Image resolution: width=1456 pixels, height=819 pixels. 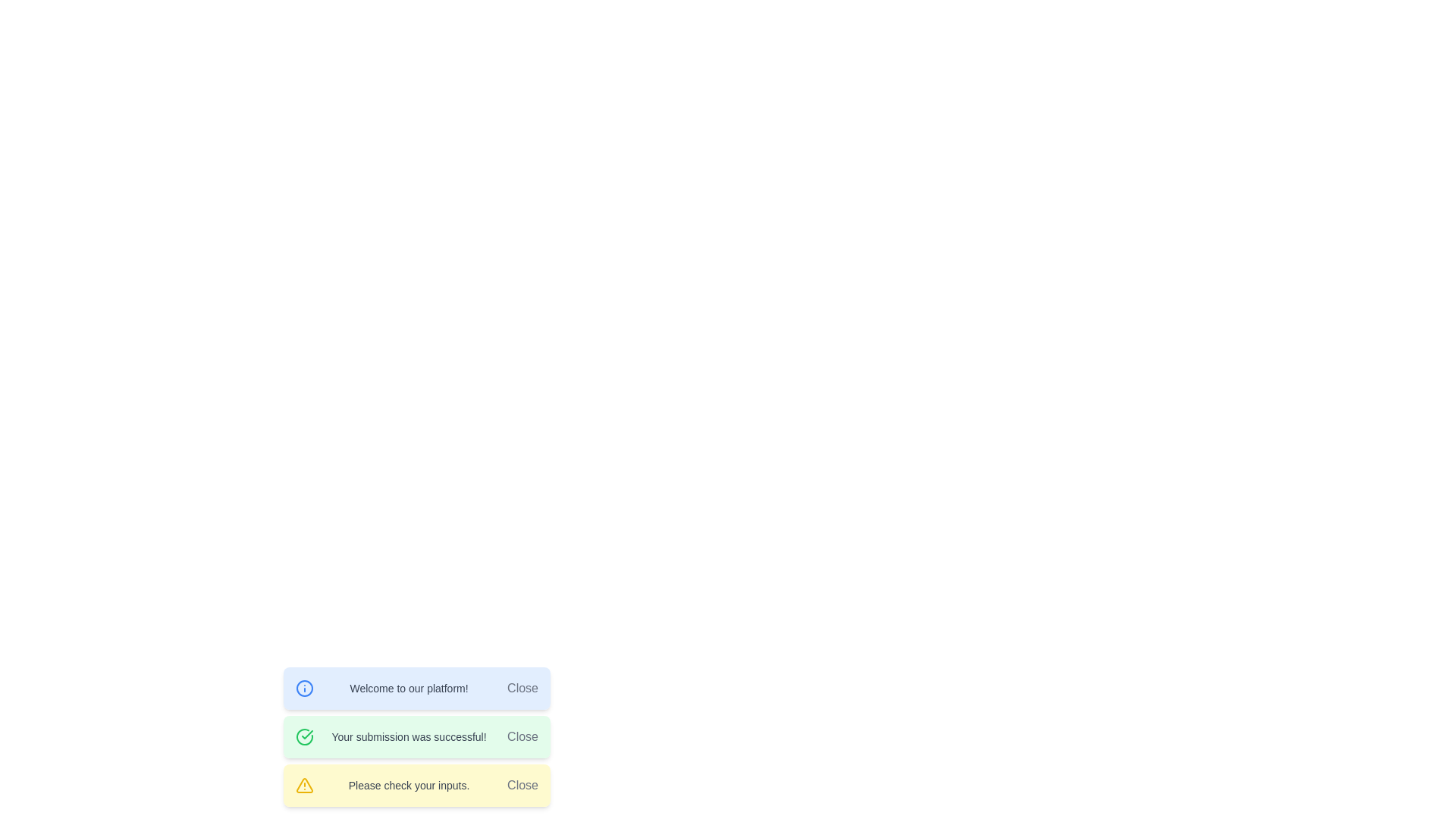 I want to click on the close button located at the far-right end of the notification bar, so click(x=522, y=785).